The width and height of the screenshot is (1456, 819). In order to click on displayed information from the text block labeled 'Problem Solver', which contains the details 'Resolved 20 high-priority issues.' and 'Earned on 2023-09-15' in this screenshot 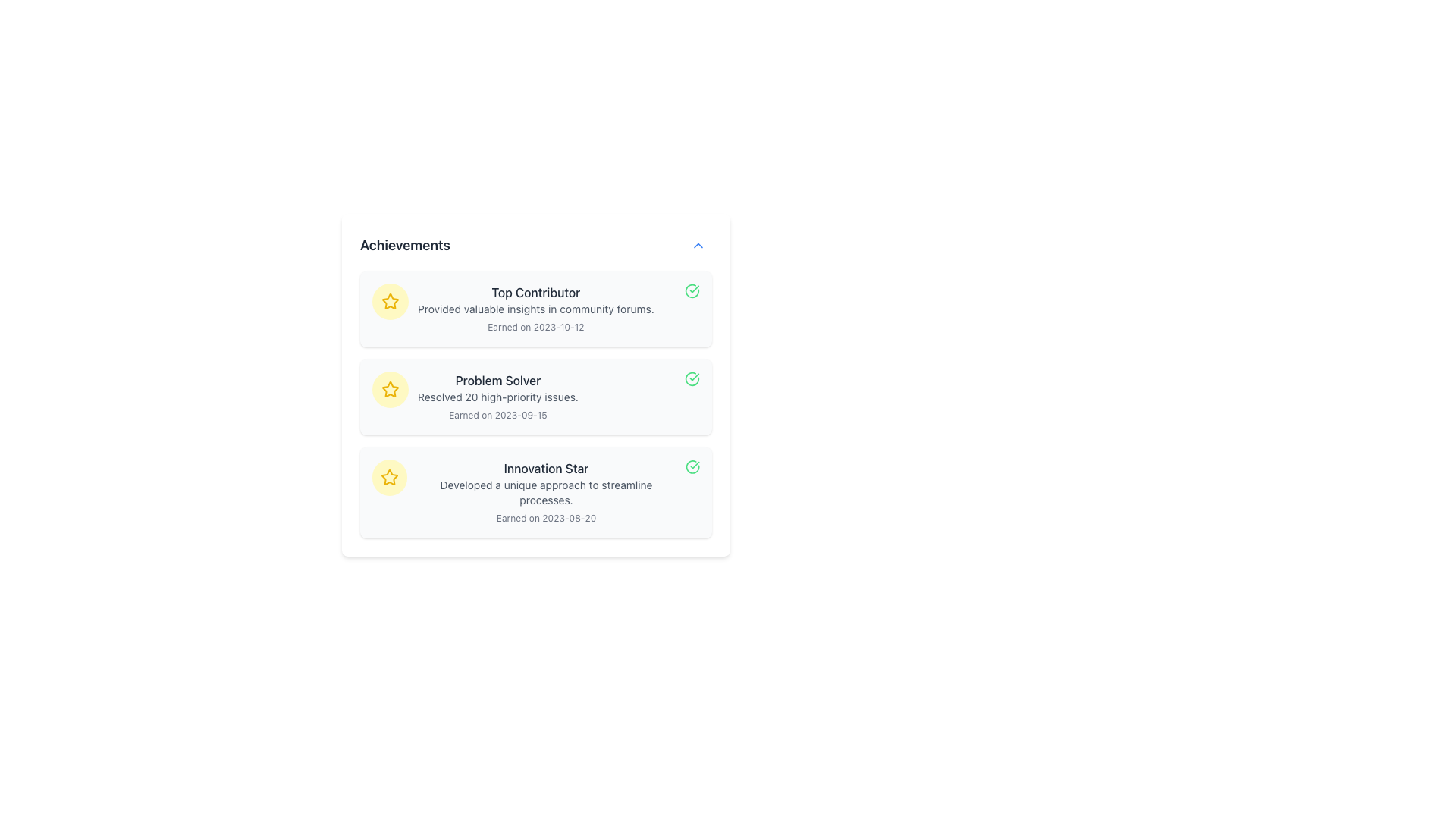, I will do `click(498, 397)`.